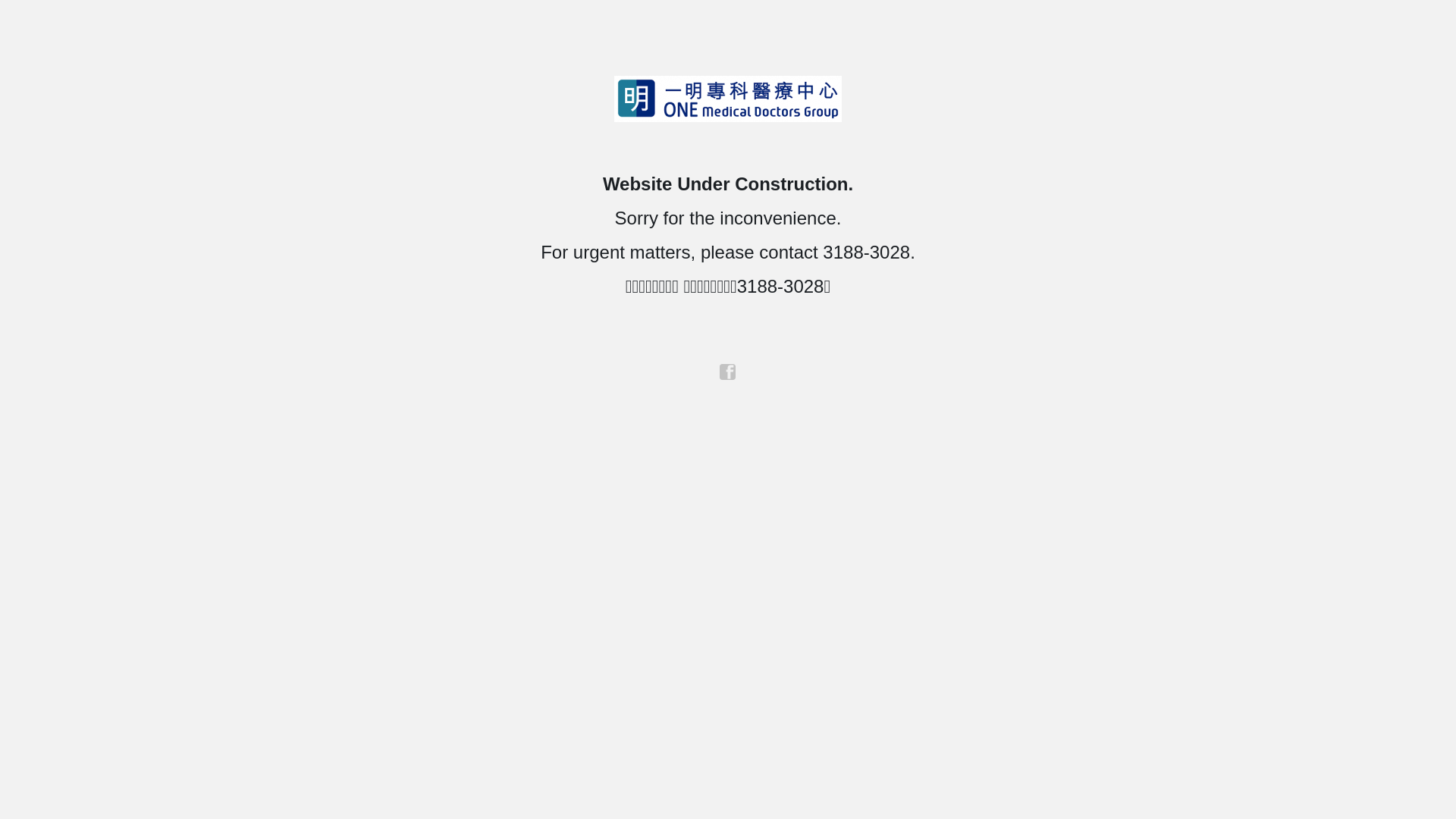 The image size is (1456, 819). Describe the element at coordinates (719, 372) in the screenshot. I see `'facebook'` at that location.